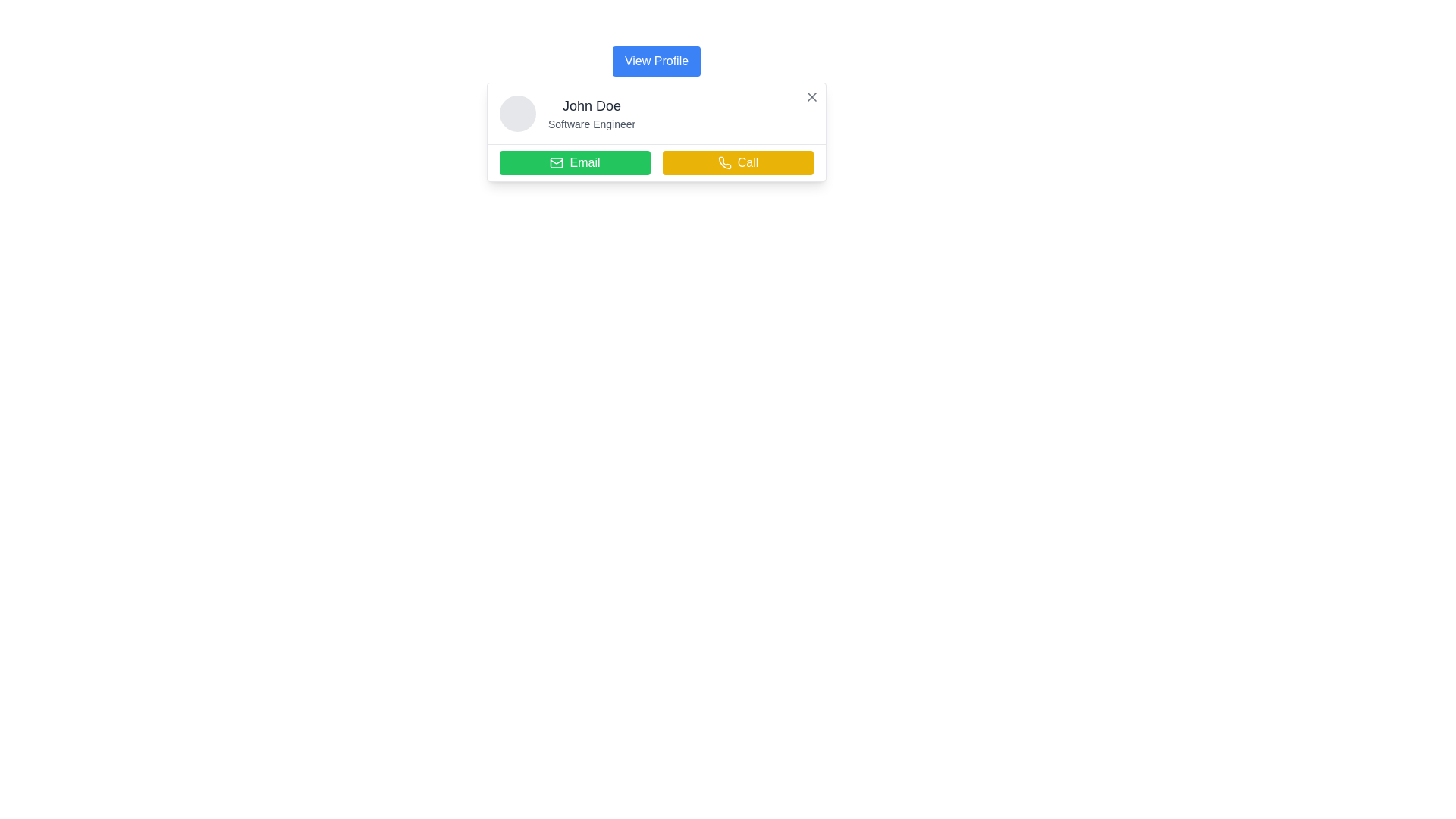 The width and height of the screenshot is (1456, 819). I want to click on the close or delete icon located in the upper-right corner of the profile card section, so click(811, 96).